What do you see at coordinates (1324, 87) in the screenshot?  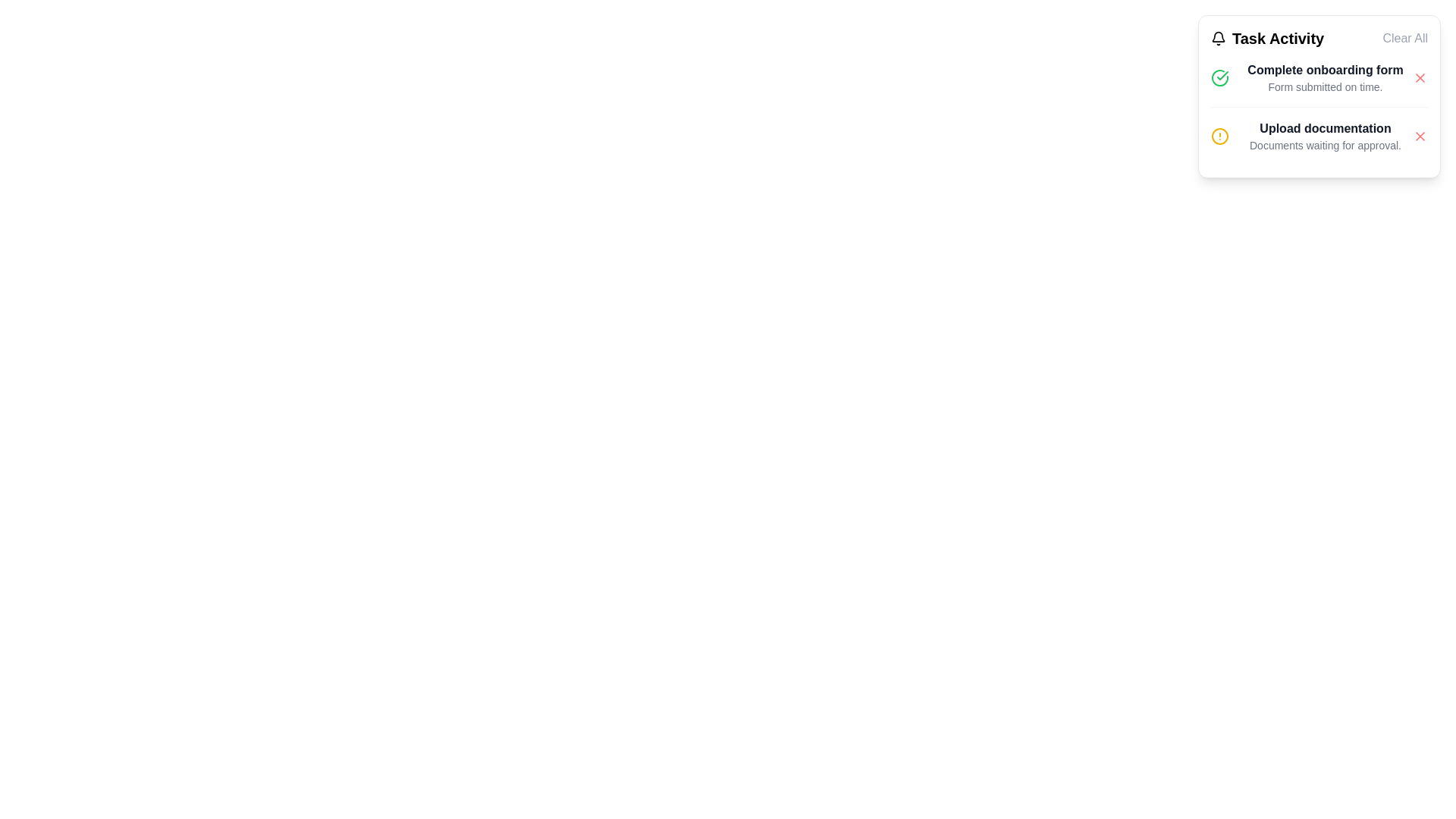 I see `the Text Element that provides contextual information about task completion status, located under the 'Complete onboarding form' heading in the 'Task Activity' panel` at bounding box center [1324, 87].